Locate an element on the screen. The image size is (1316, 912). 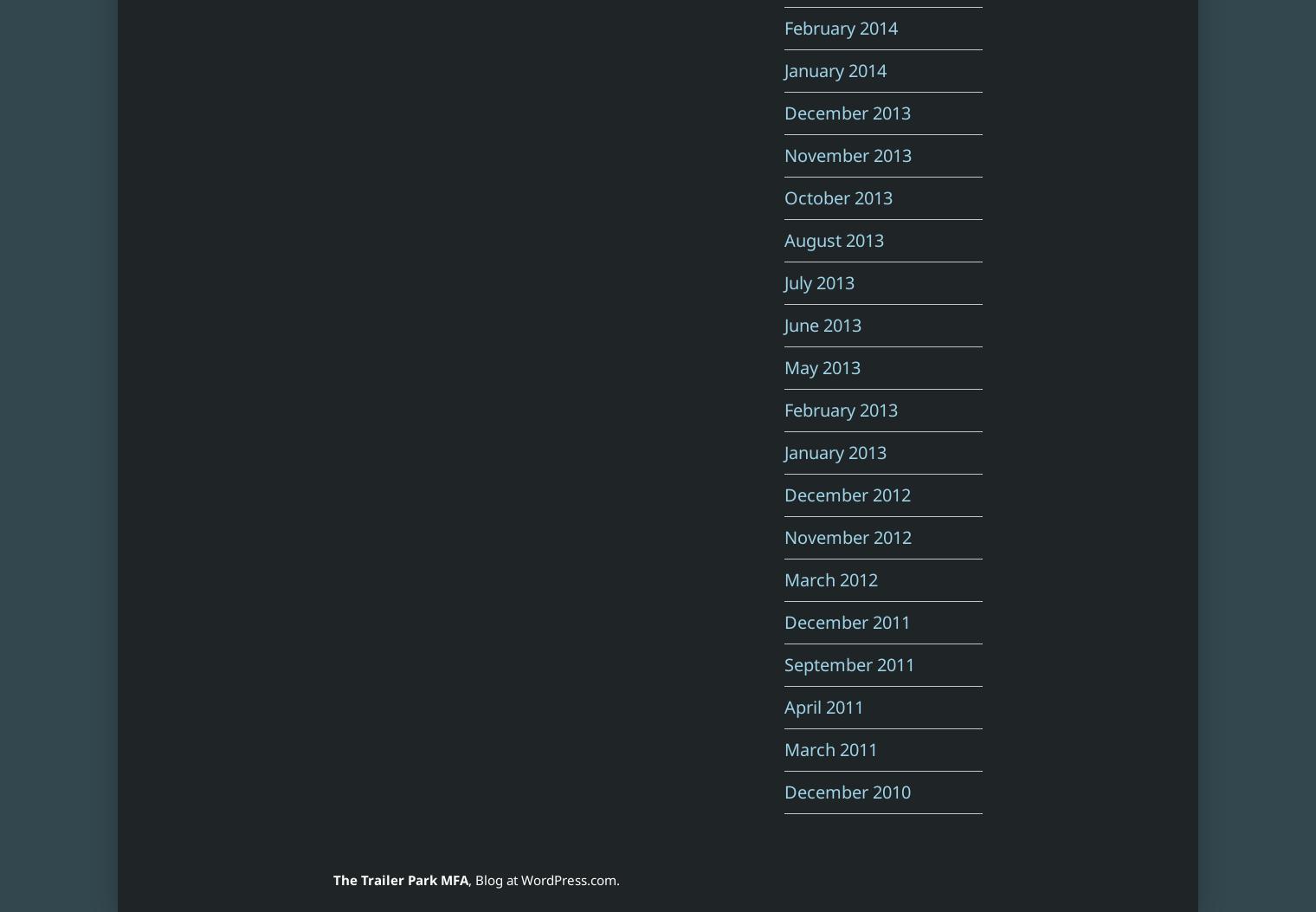
'Blog at WordPress.com.' is located at coordinates (546, 879).